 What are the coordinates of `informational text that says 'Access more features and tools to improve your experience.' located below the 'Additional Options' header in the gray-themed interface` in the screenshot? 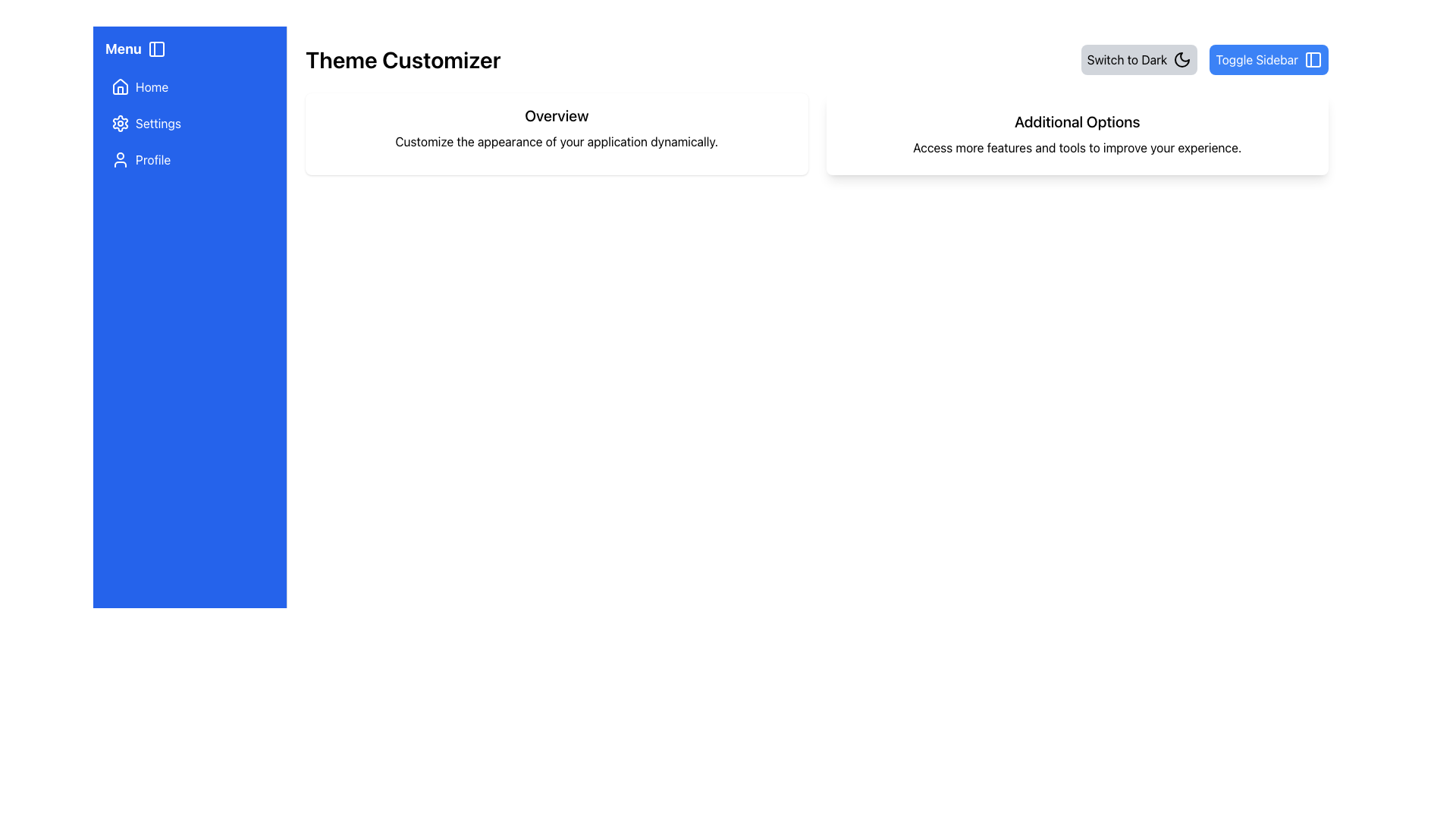 It's located at (1076, 148).